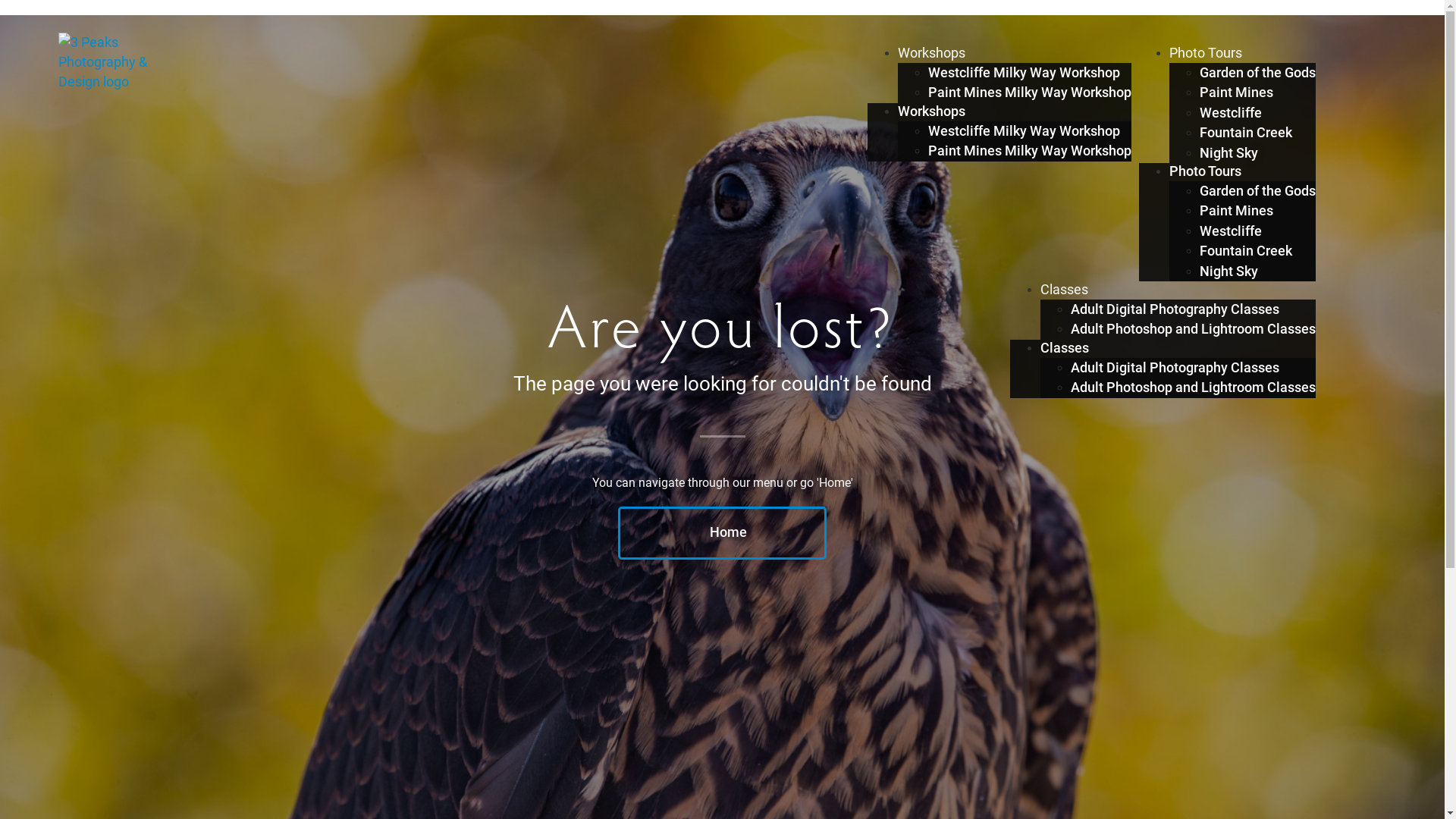 This screenshot has width=1456, height=819. I want to click on 'Photo Tours', so click(1204, 171).